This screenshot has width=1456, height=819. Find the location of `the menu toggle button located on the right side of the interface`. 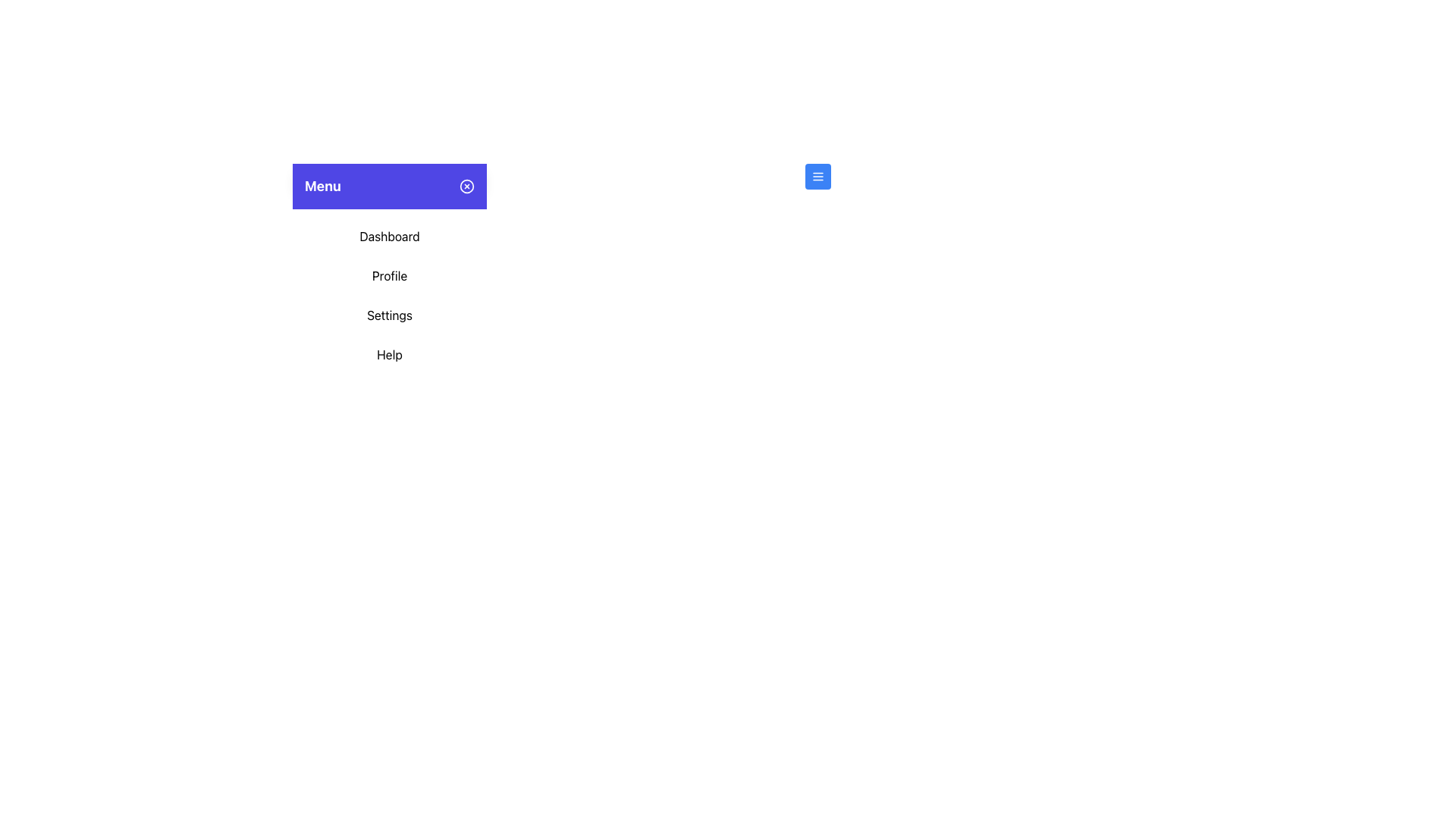

the menu toggle button located on the right side of the interface is located at coordinates (817, 175).